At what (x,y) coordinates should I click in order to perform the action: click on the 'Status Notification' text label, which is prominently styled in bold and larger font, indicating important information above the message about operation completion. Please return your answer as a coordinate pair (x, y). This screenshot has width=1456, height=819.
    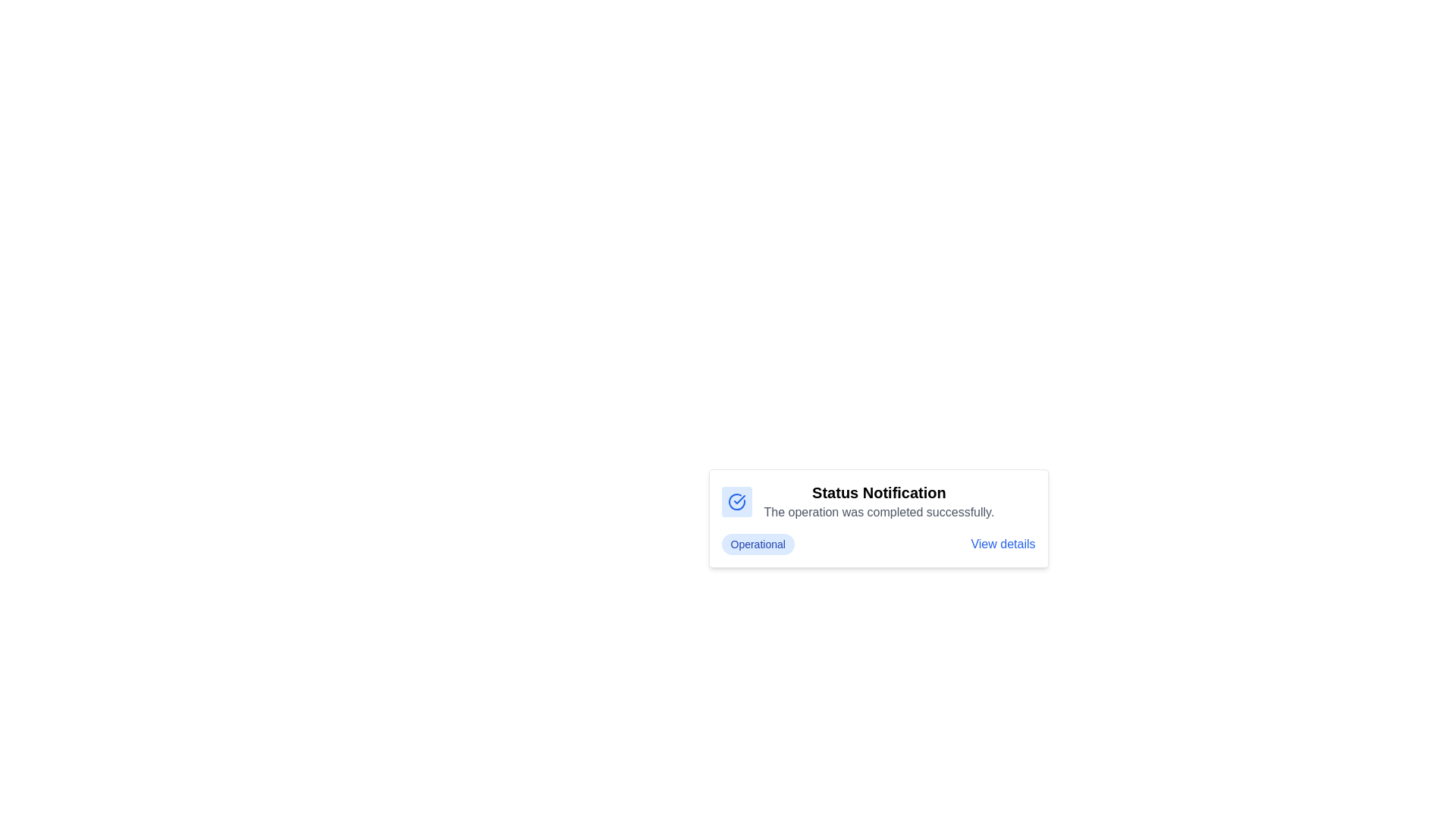
    Looking at the image, I should click on (879, 493).